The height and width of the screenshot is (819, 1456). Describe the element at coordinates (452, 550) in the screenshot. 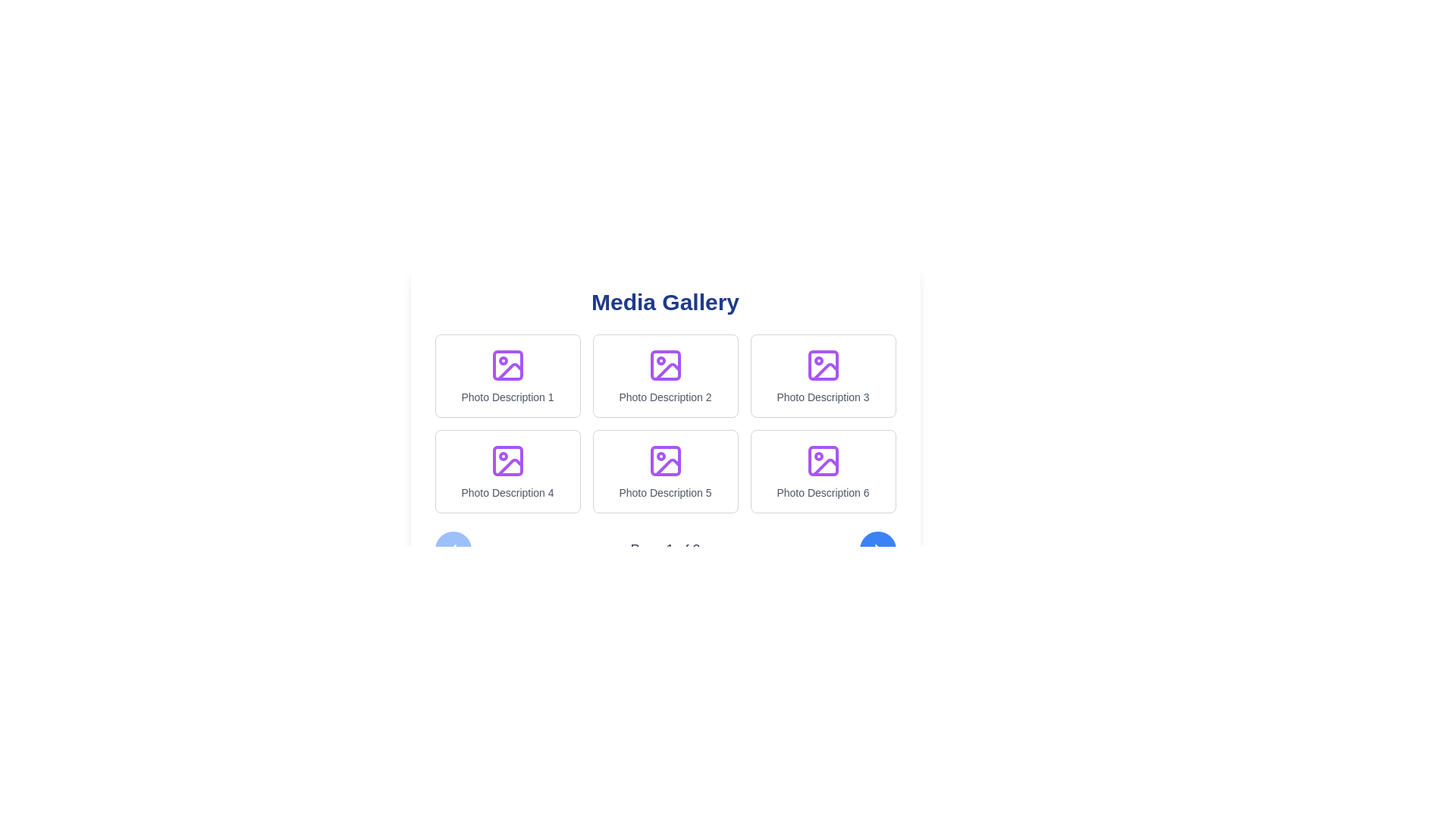

I see `the navigation button for backward movement, located on the leftmost end of the navigation footer bar` at that location.